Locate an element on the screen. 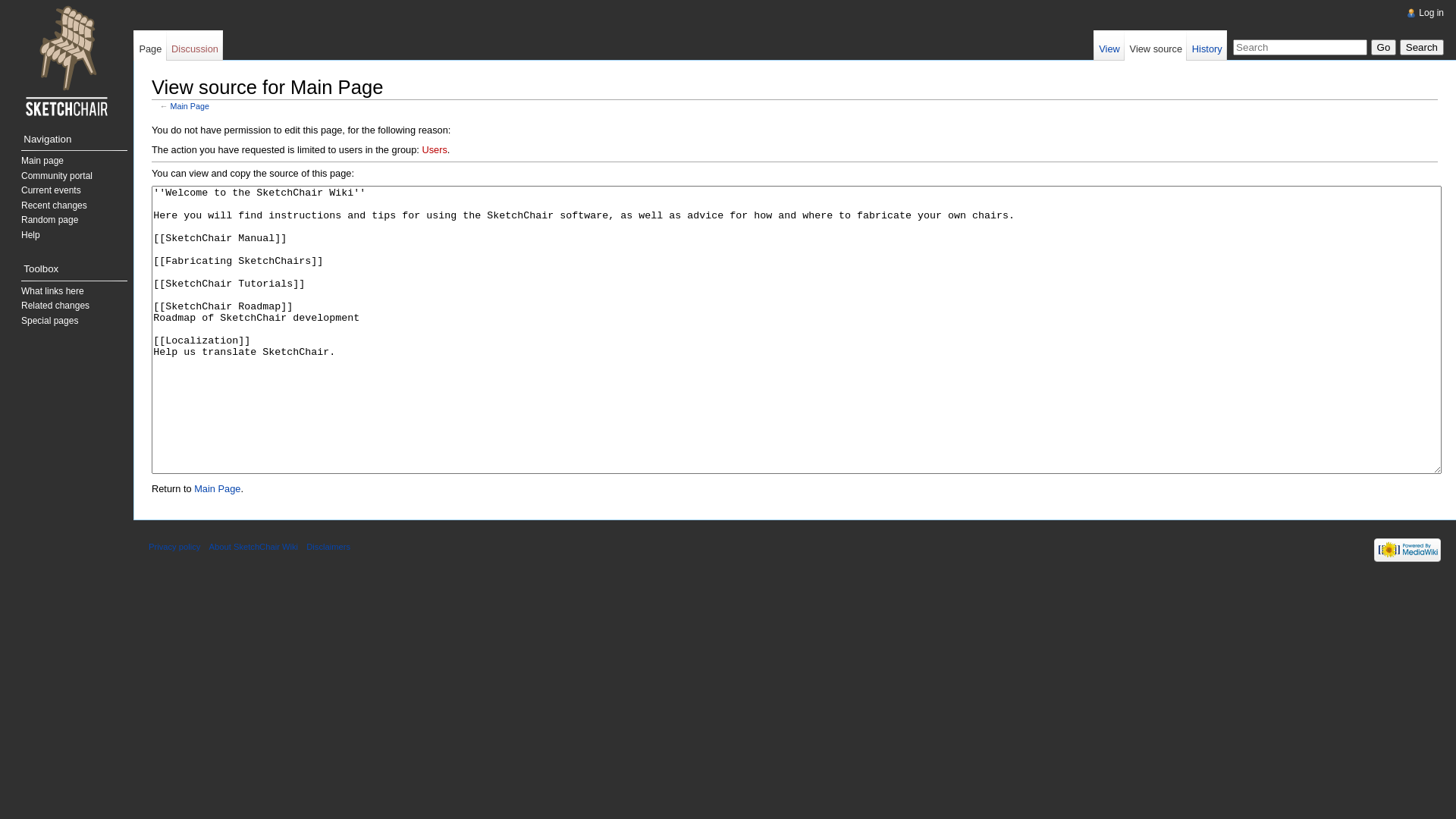 This screenshot has height=819, width=1456. 'Page' is located at coordinates (134, 45).